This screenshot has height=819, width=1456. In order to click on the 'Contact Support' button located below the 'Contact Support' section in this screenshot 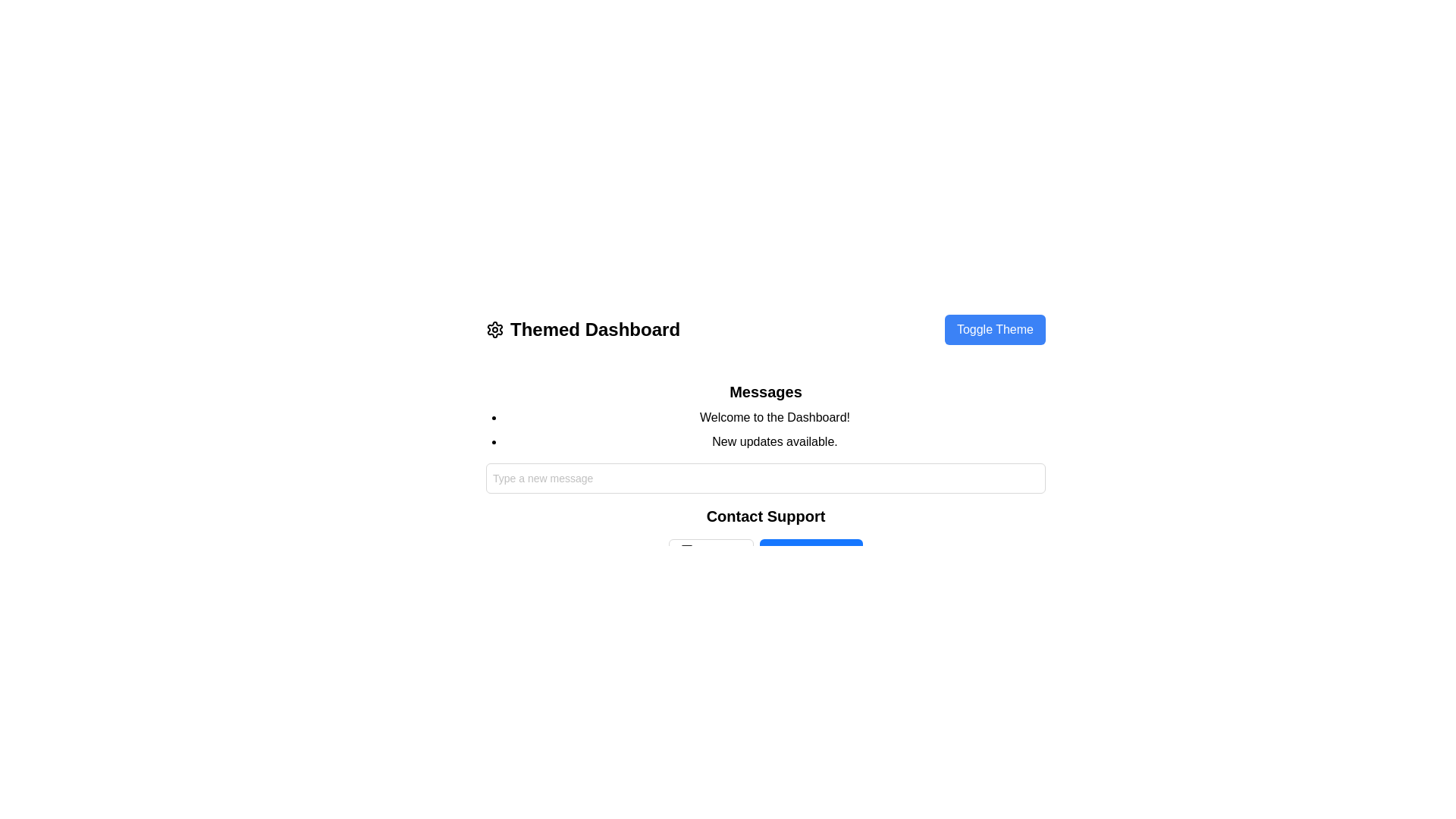, I will do `click(710, 551)`.